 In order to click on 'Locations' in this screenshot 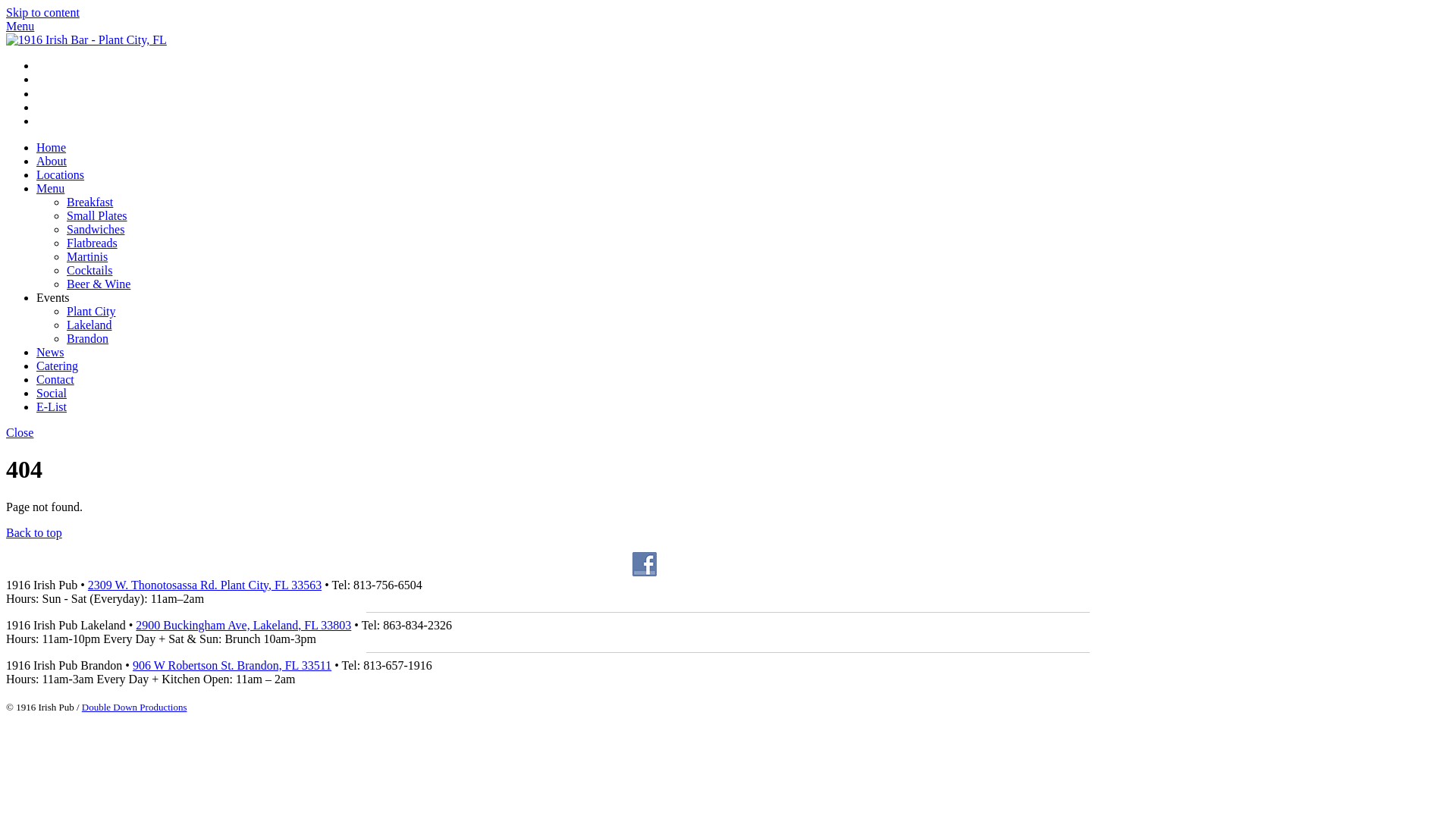, I will do `click(36, 174)`.